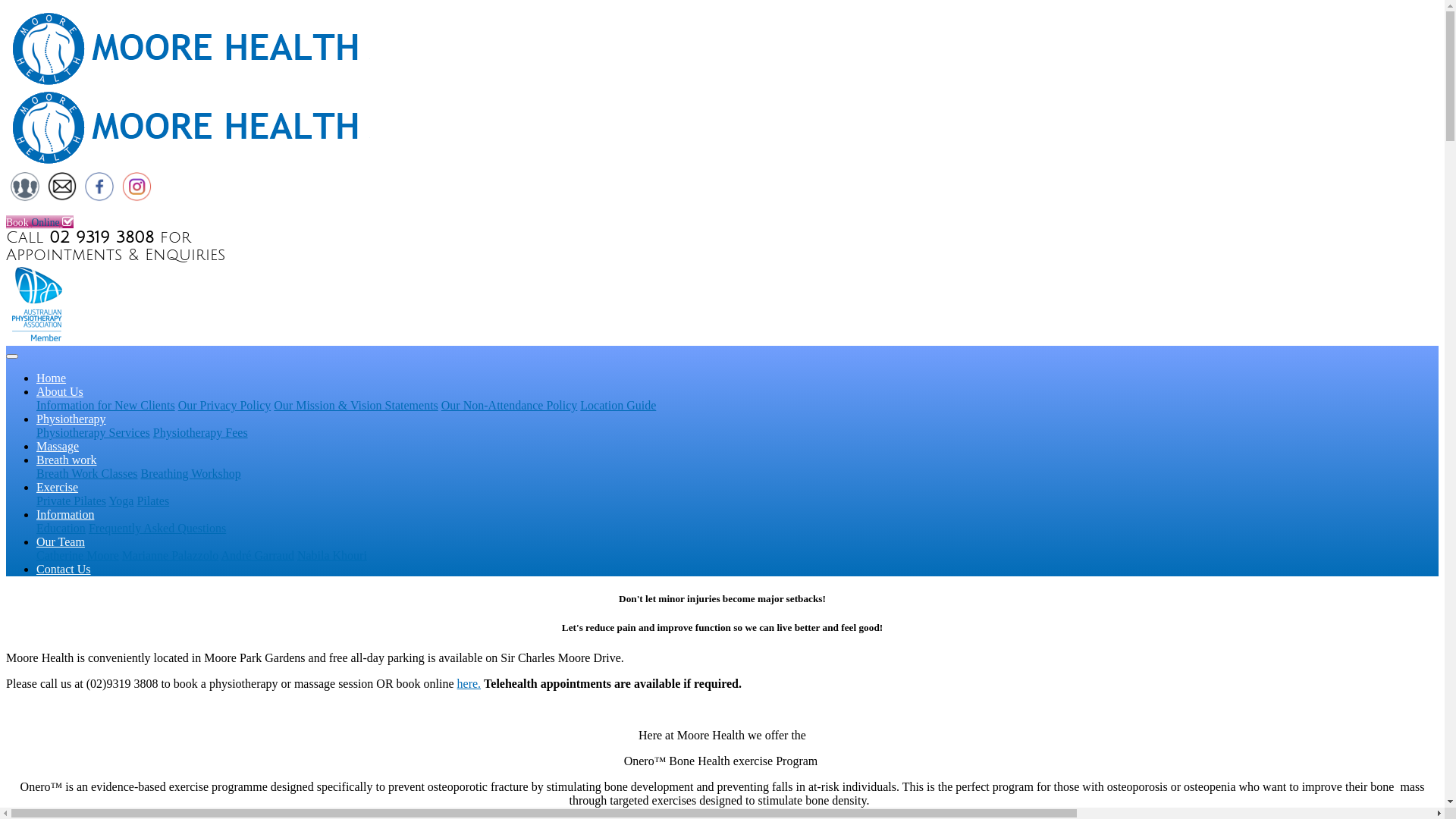  Describe the element at coordinates (199, 432) in the screenshot. I see `'Physiotherapy Fees'` at that location.